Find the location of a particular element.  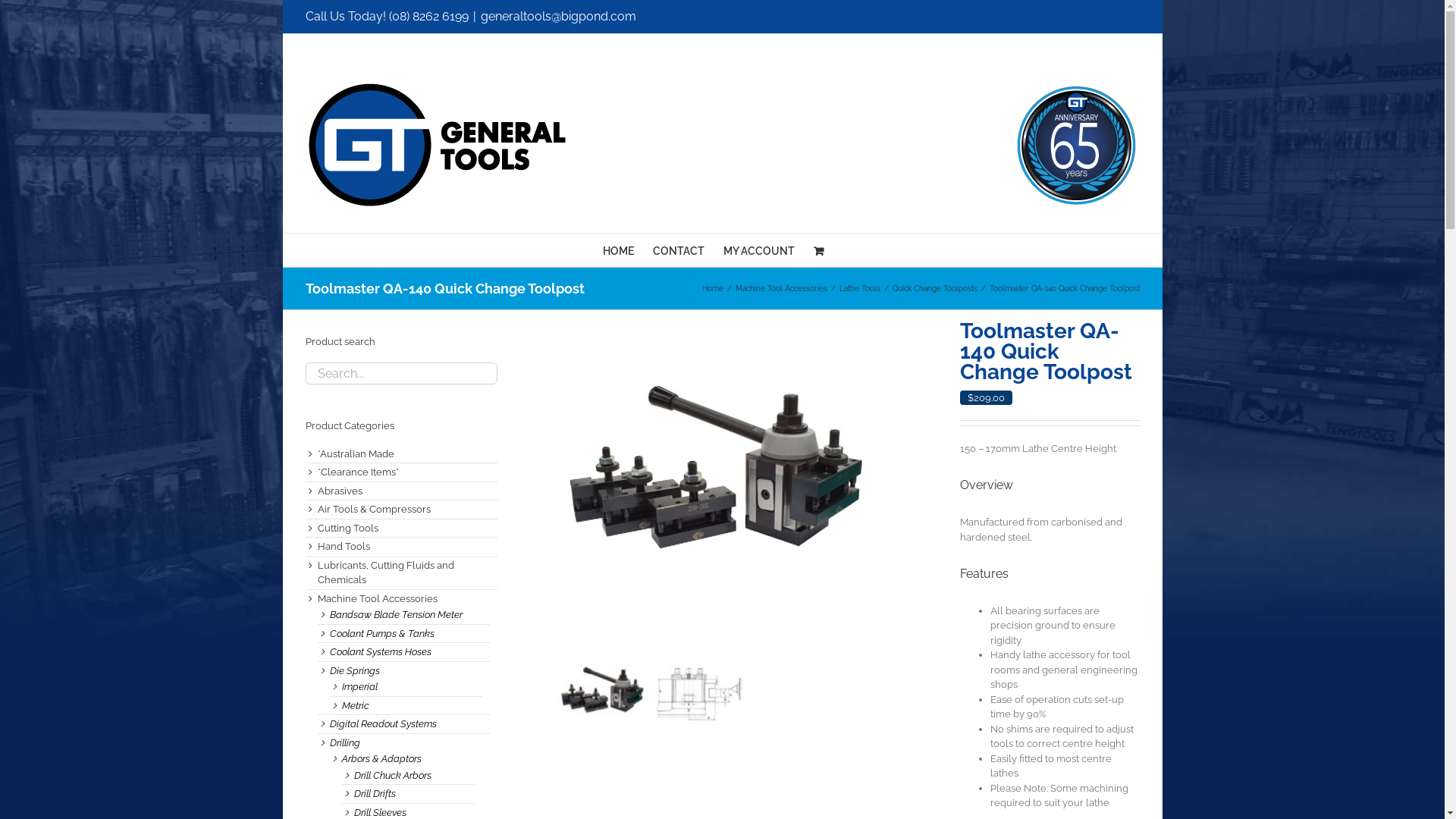

'Metric' is located at coordinates (353, 705).